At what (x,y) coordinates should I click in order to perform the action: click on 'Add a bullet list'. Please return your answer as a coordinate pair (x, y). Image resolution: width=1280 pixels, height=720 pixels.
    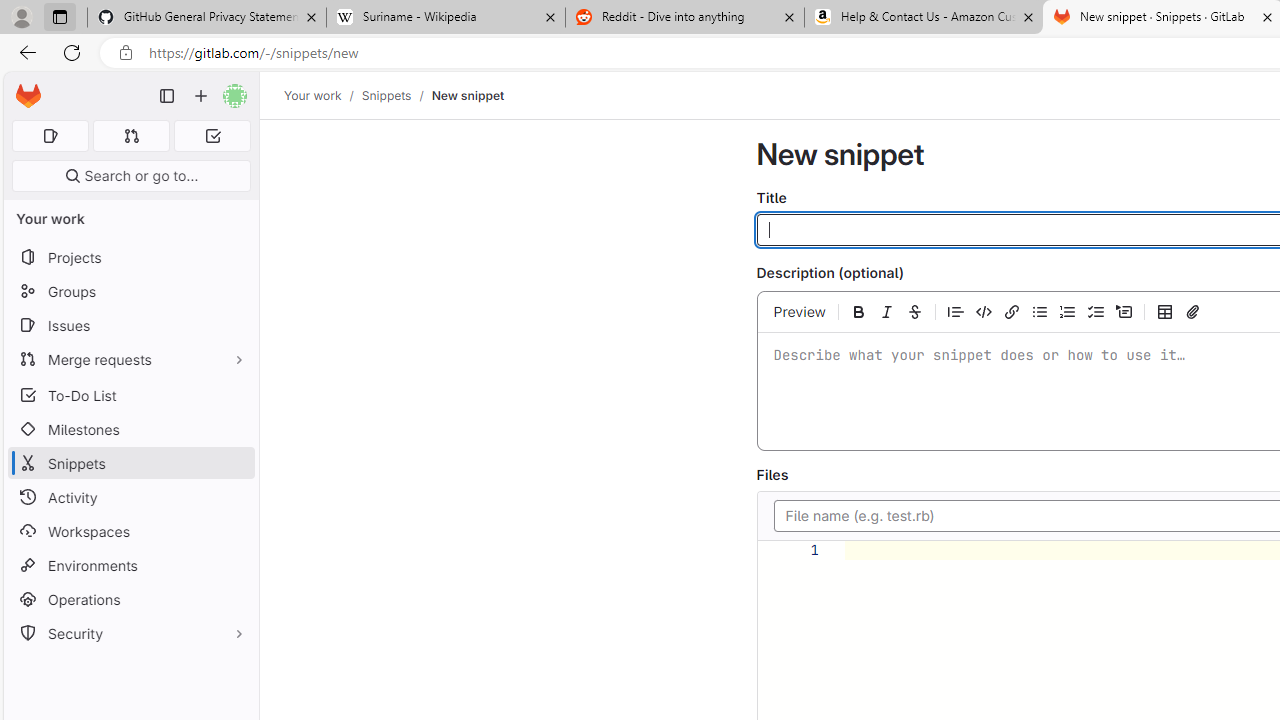
    Looking at the image, I should click on (1040, 311).